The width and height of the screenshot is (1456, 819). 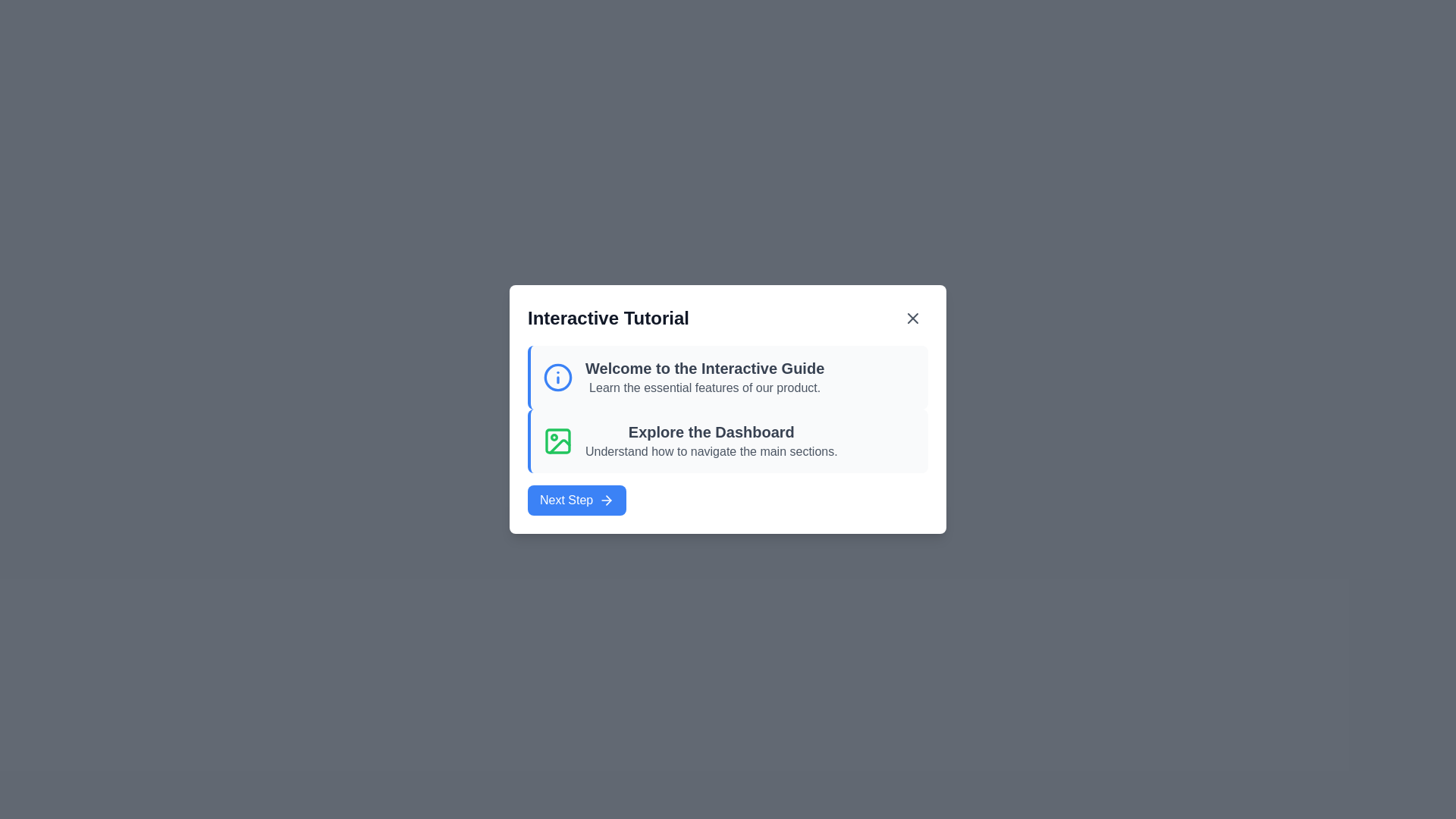 I want to click on the circular information icon with a blue outline and white background, located to the left of the 'Welcome to the Interactive Guide' section title, so click(x=557, y=376).